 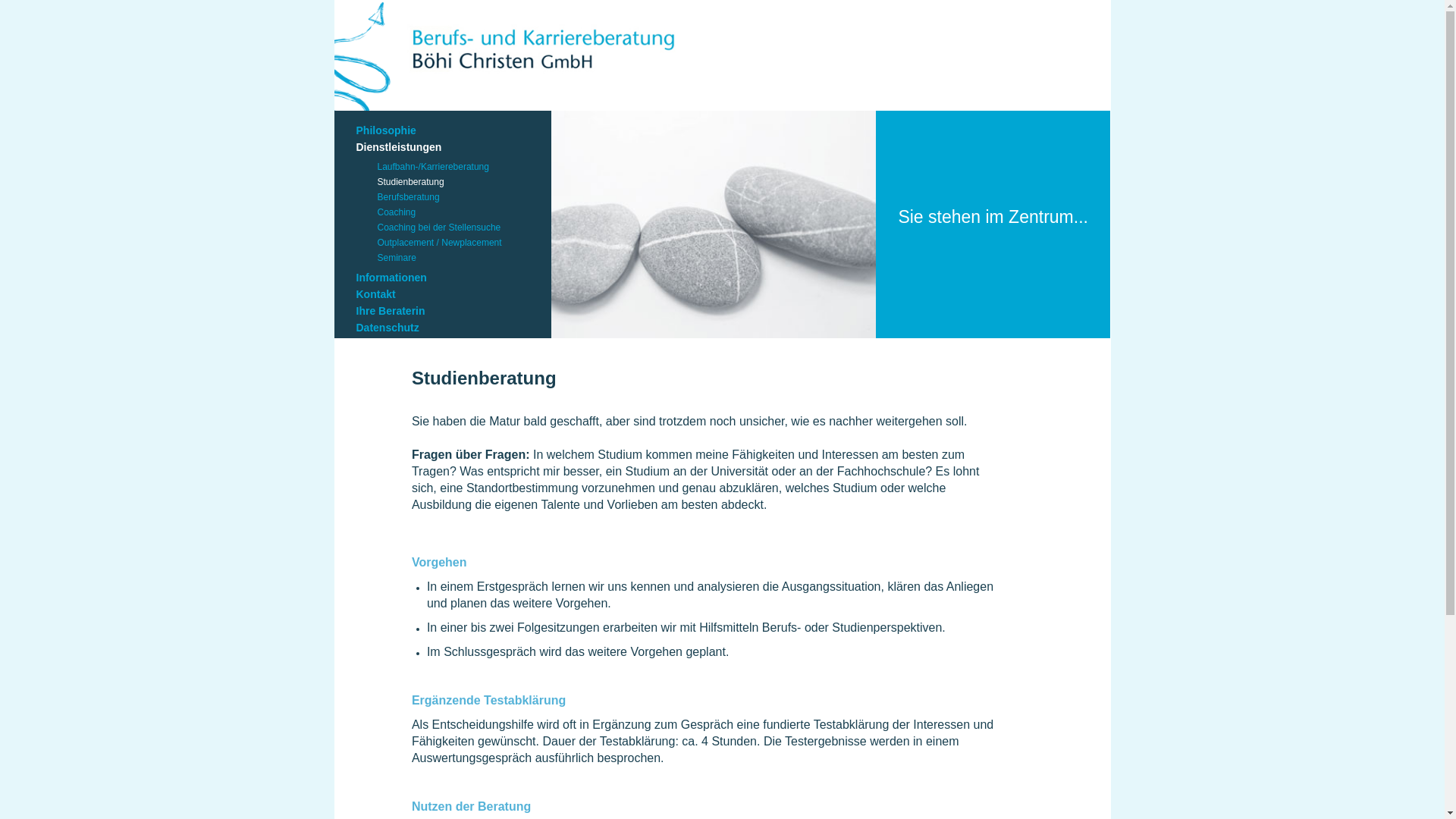 What do you see at coordinates (442, 130) in the screenshot?
I see `'Philosophie'` at bounding box center [442, 130].